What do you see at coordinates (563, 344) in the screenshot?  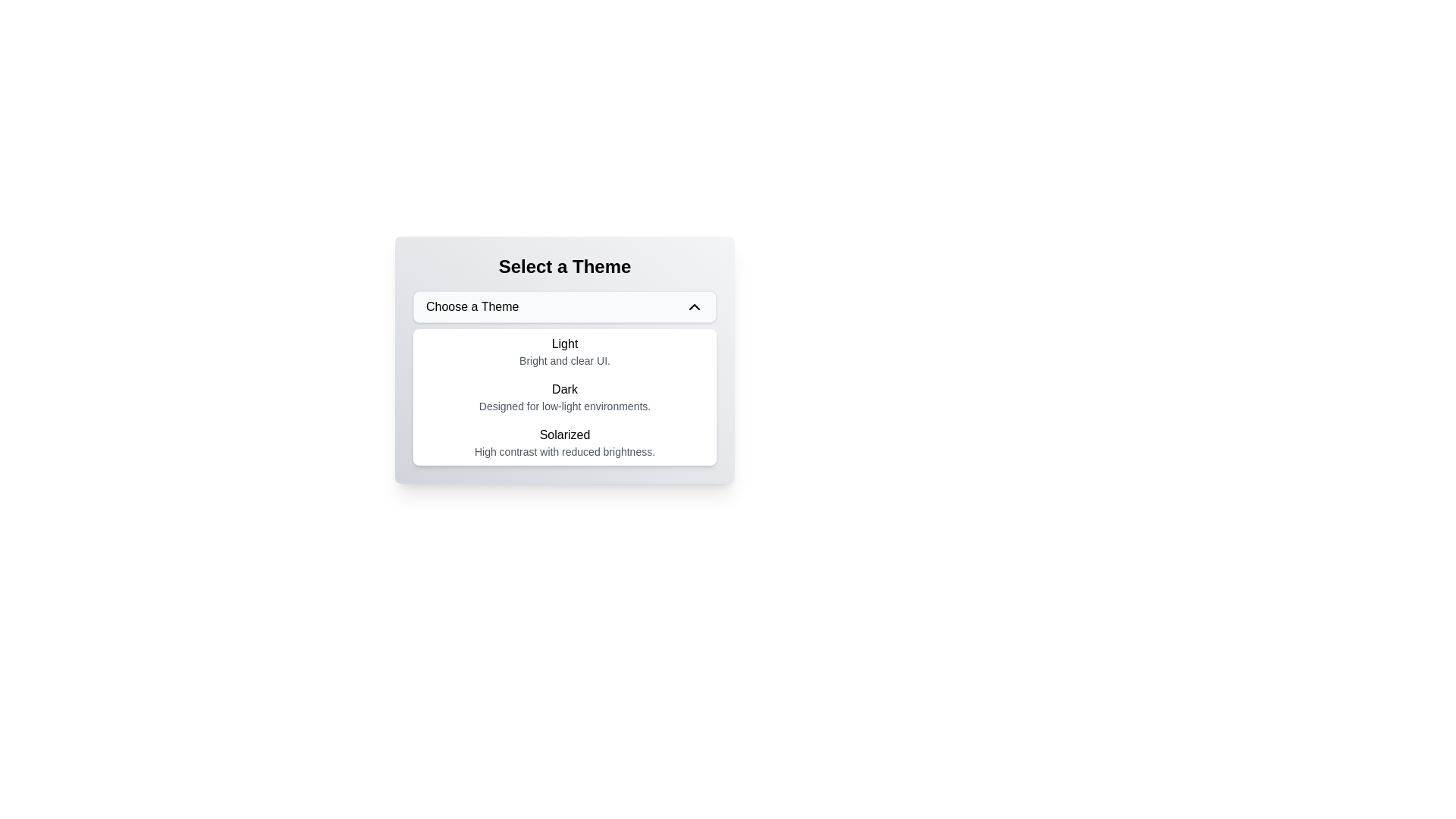 I see `the first text label indicating a theme option for 'Bright and clear UI' under the 'Select a Theme' header` at bounding box center [563, 344].